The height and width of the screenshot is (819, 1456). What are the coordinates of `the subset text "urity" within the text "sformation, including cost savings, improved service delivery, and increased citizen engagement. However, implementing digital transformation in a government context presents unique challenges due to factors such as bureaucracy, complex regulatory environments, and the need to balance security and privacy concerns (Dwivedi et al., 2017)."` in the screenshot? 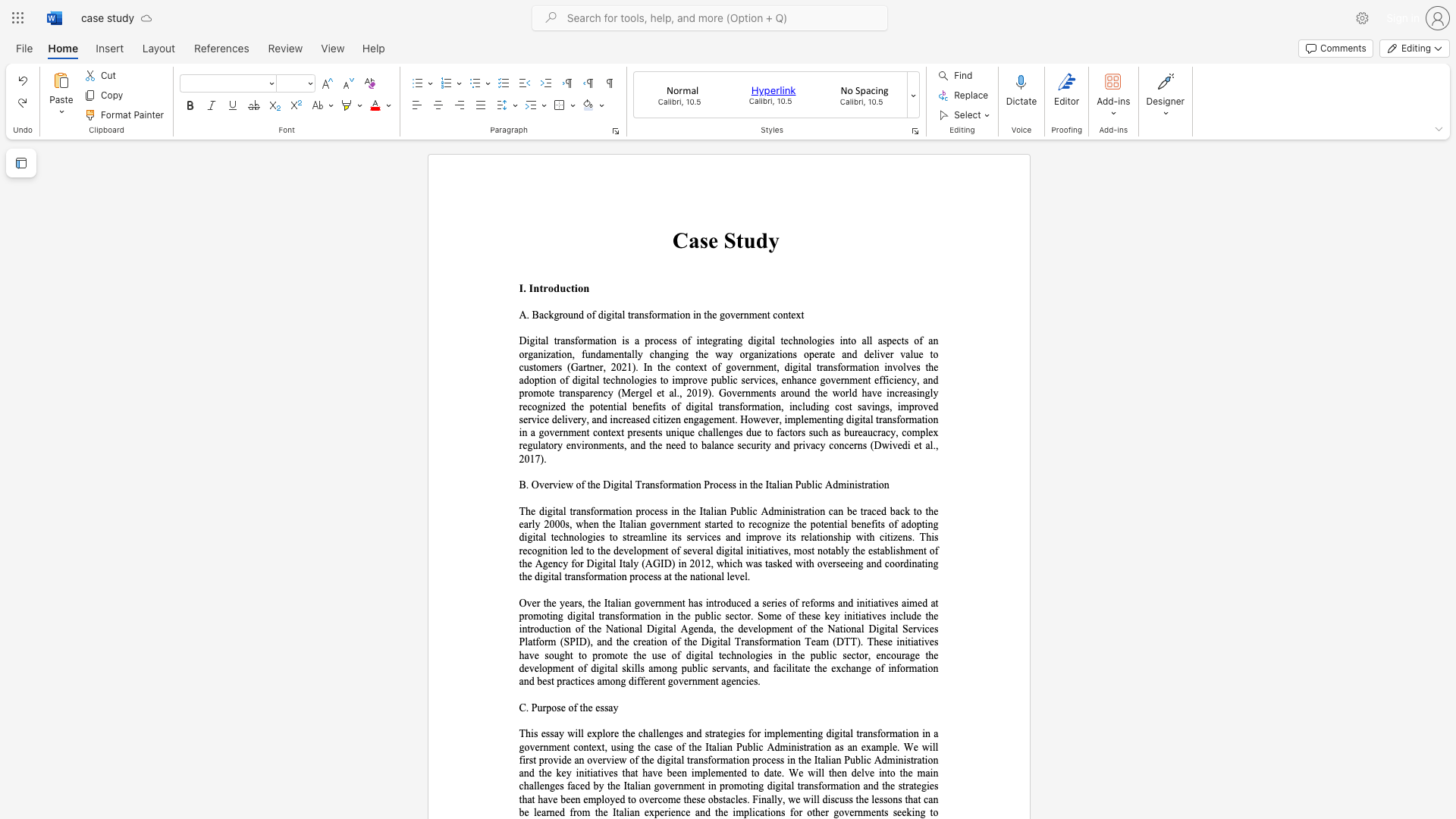 It's located at (751, 444).